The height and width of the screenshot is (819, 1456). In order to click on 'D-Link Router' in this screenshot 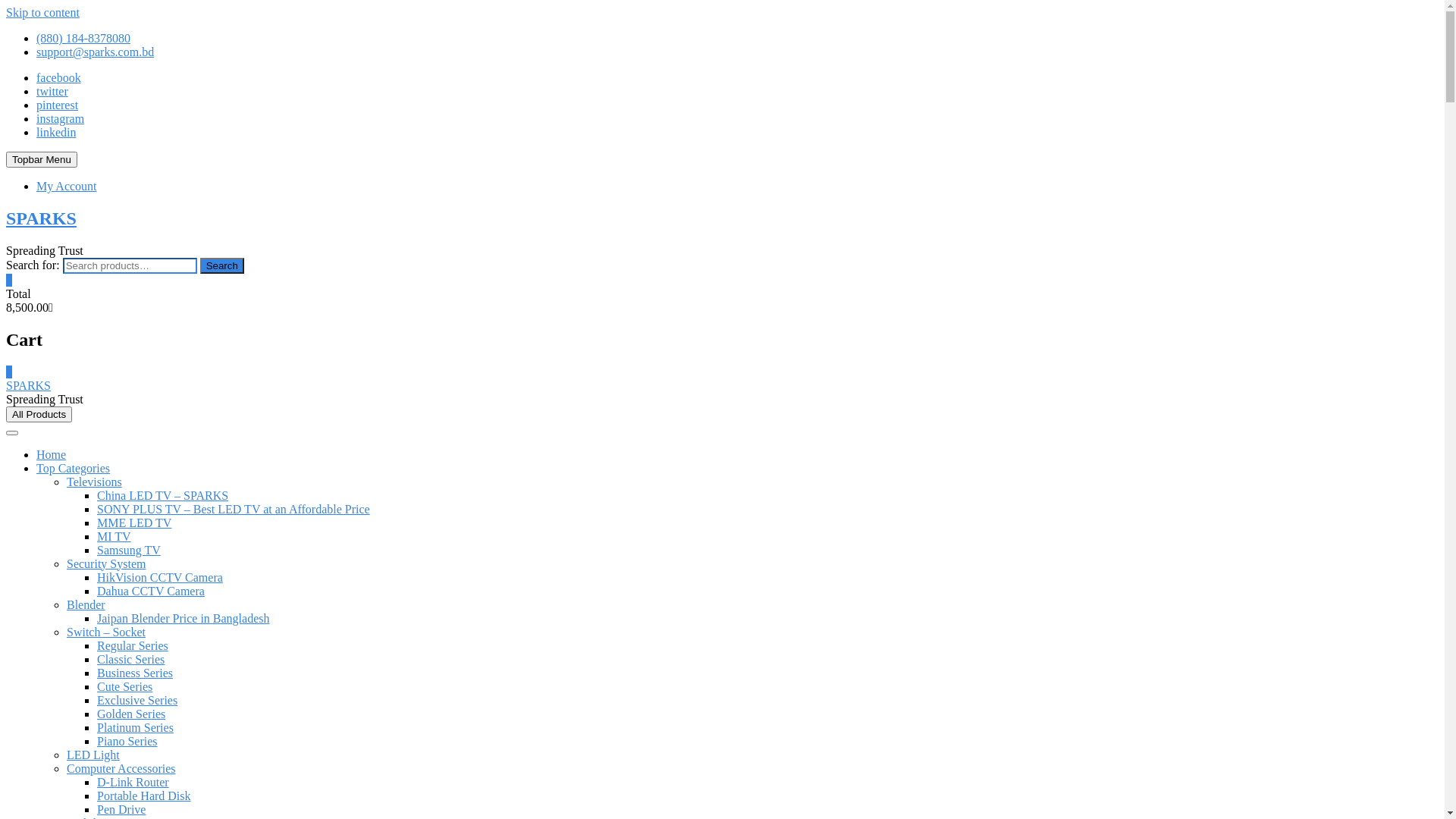, I will do `click(133, 782)`.